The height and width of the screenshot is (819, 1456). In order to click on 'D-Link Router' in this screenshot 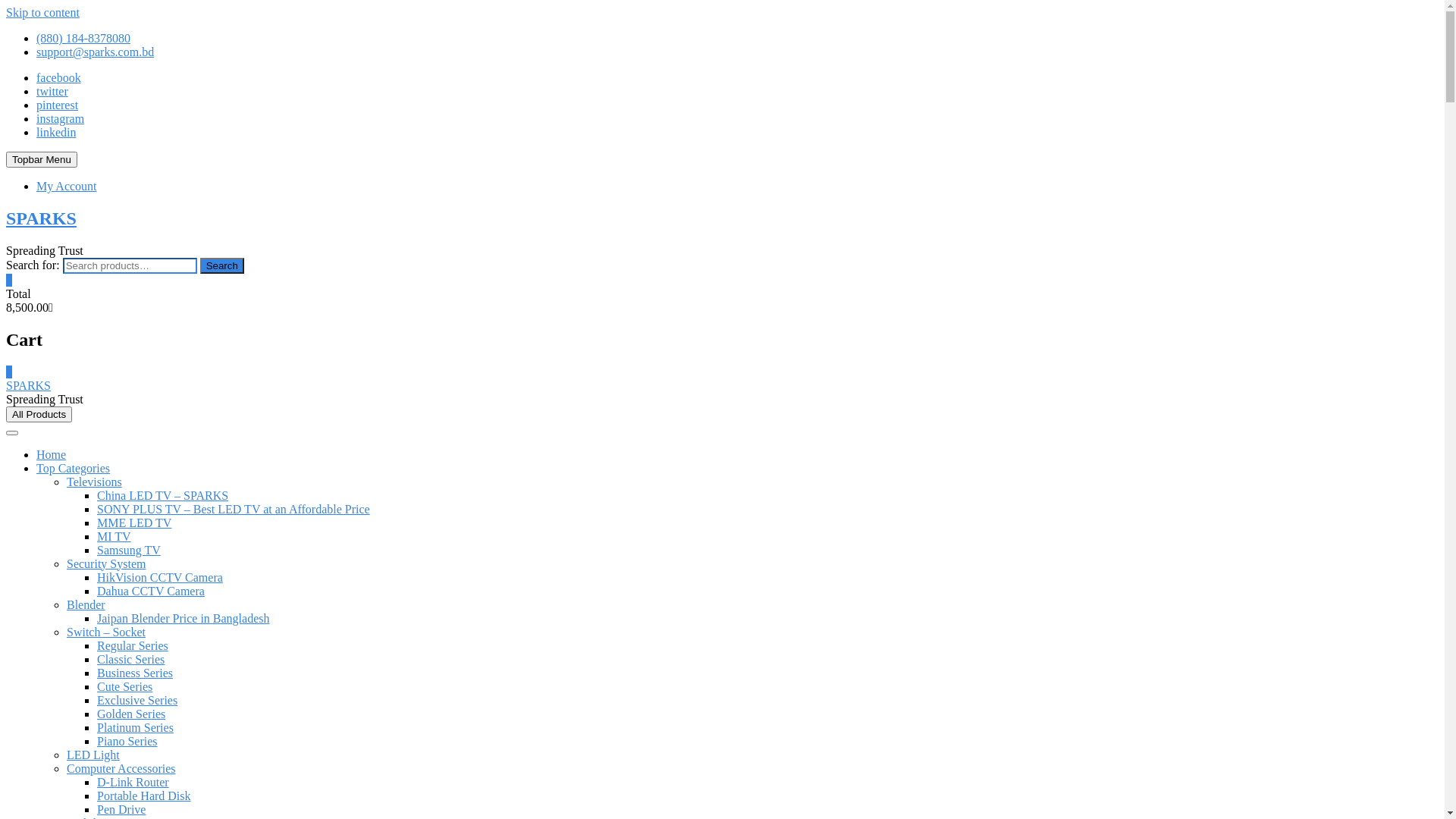, I will do `click(133, 782)`.